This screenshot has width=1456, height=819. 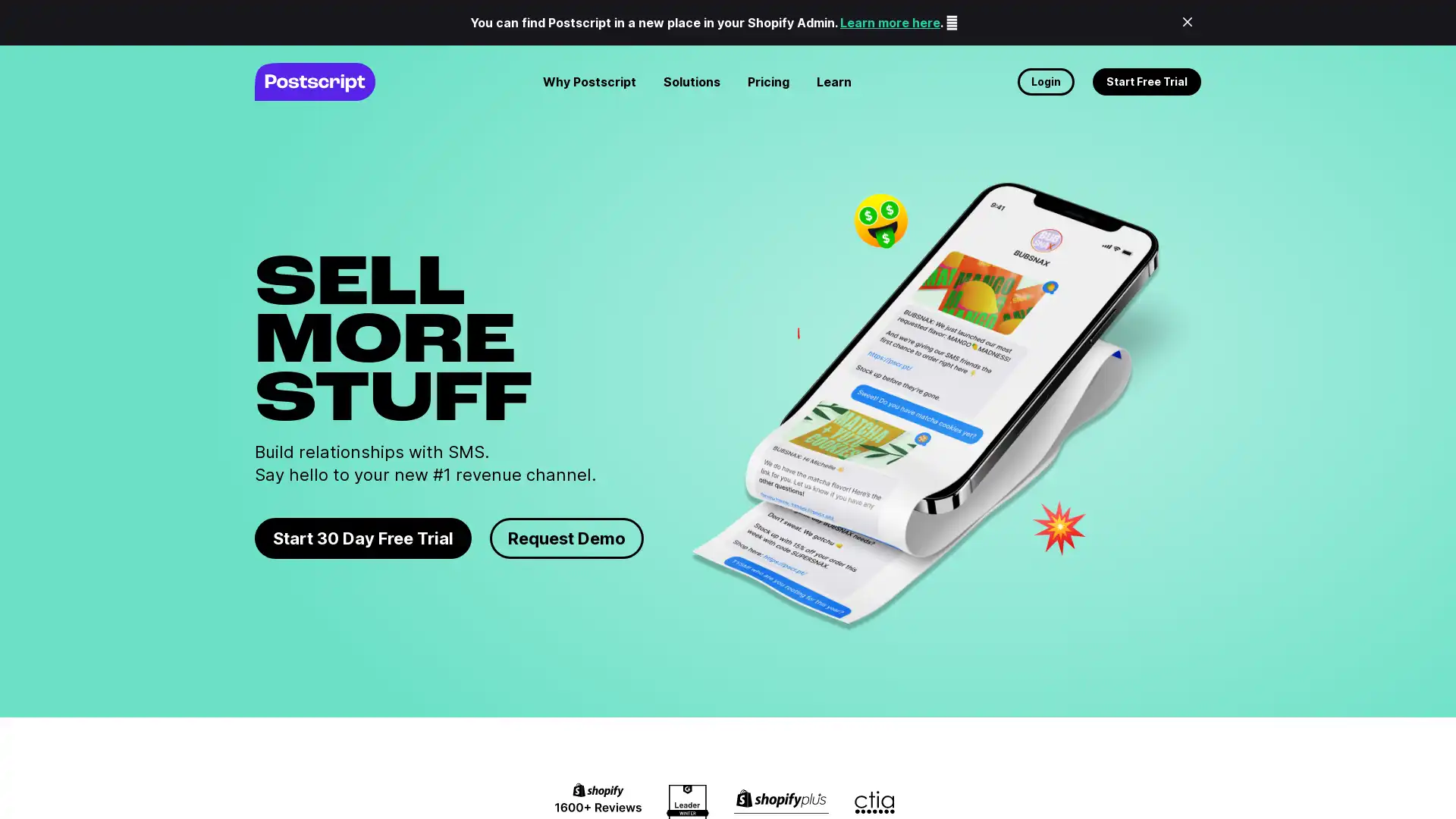 I want to click on Start 30 Day Free Trial, so click(x=362, y=537).